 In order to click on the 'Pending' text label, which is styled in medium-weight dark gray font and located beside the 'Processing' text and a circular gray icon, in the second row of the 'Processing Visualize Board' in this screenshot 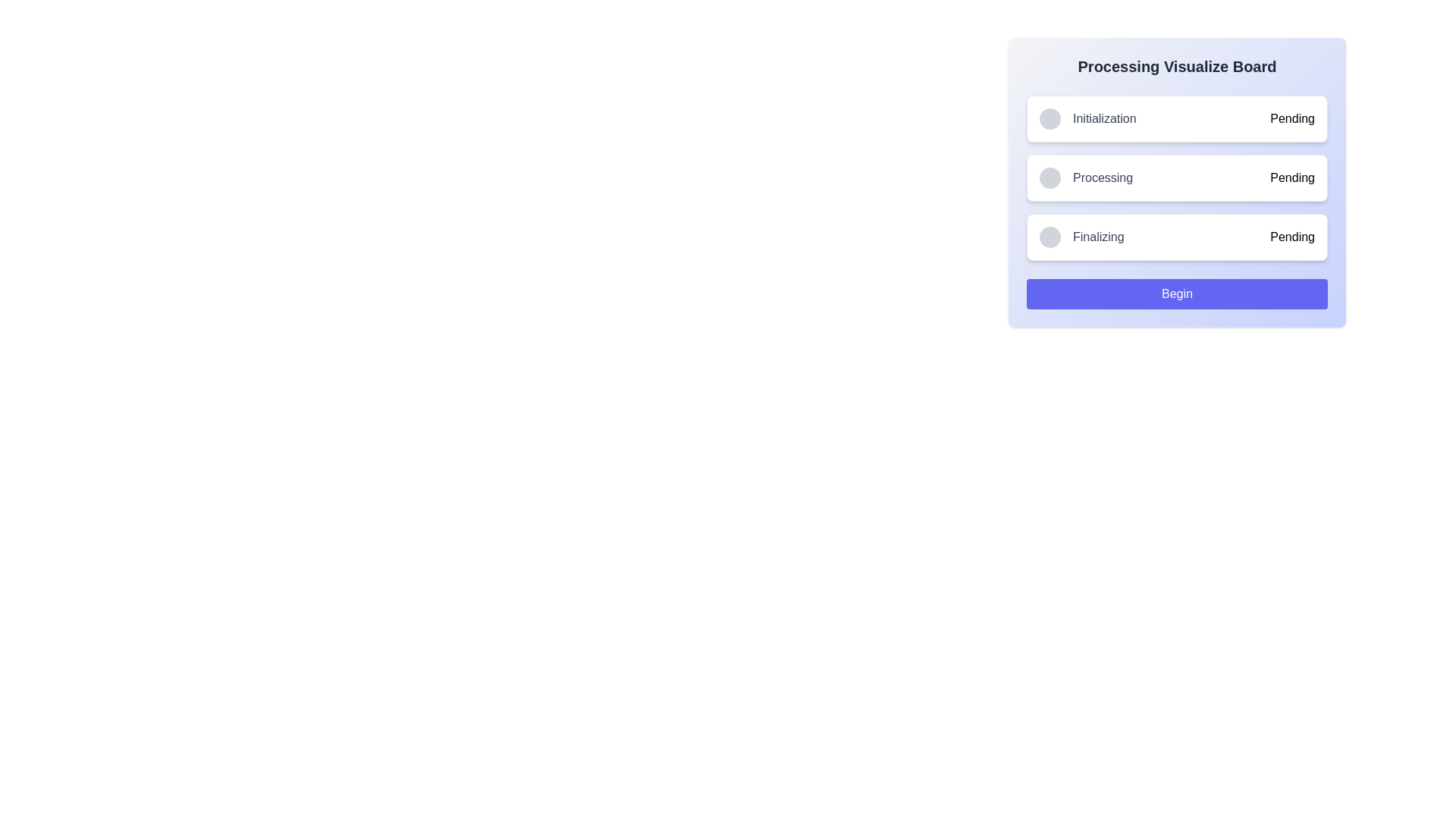, I will do `click(1291, 177)`.